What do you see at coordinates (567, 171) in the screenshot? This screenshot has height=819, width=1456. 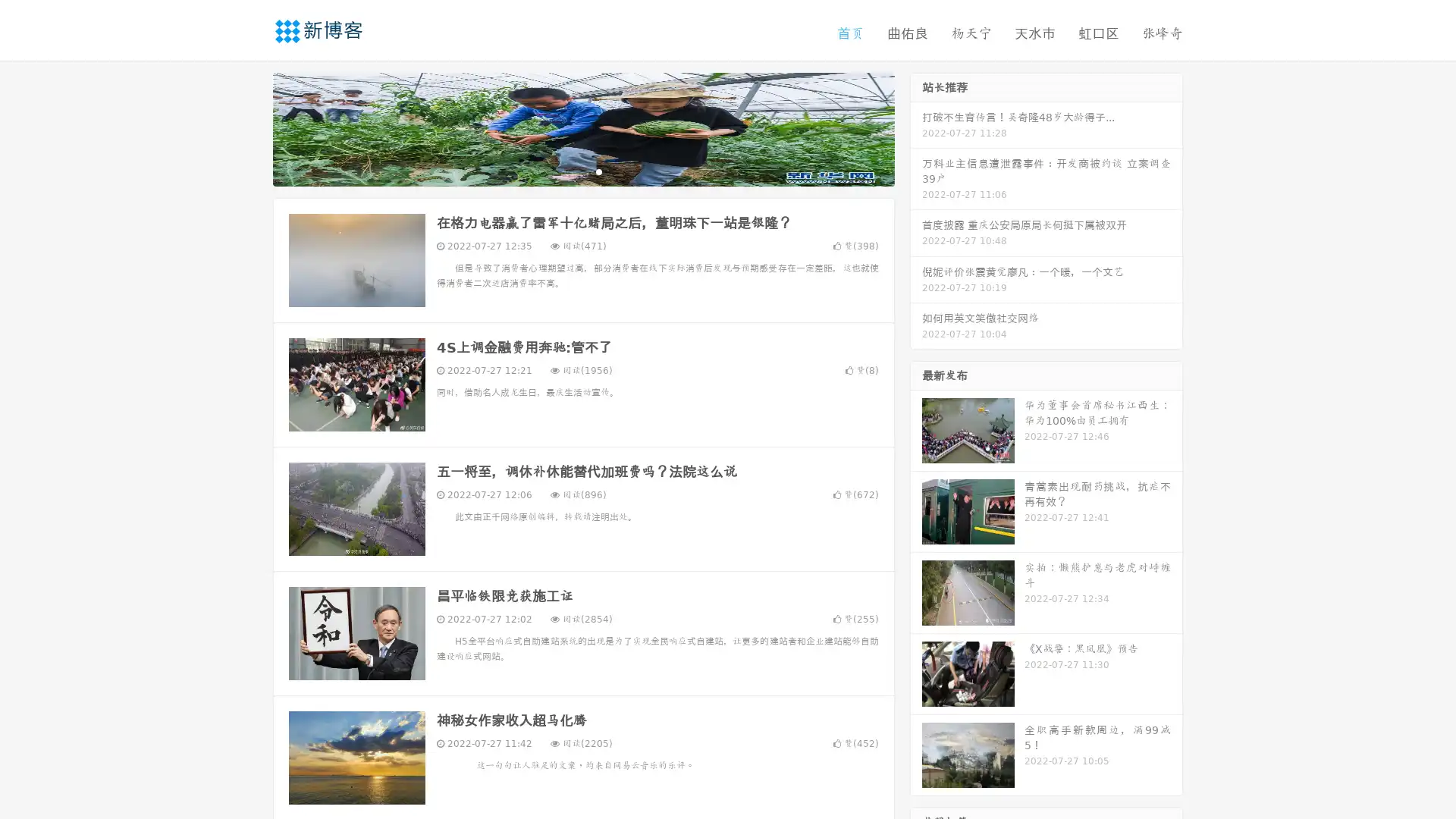 I see `Go to slide 1` at bounding box center [567, 171].